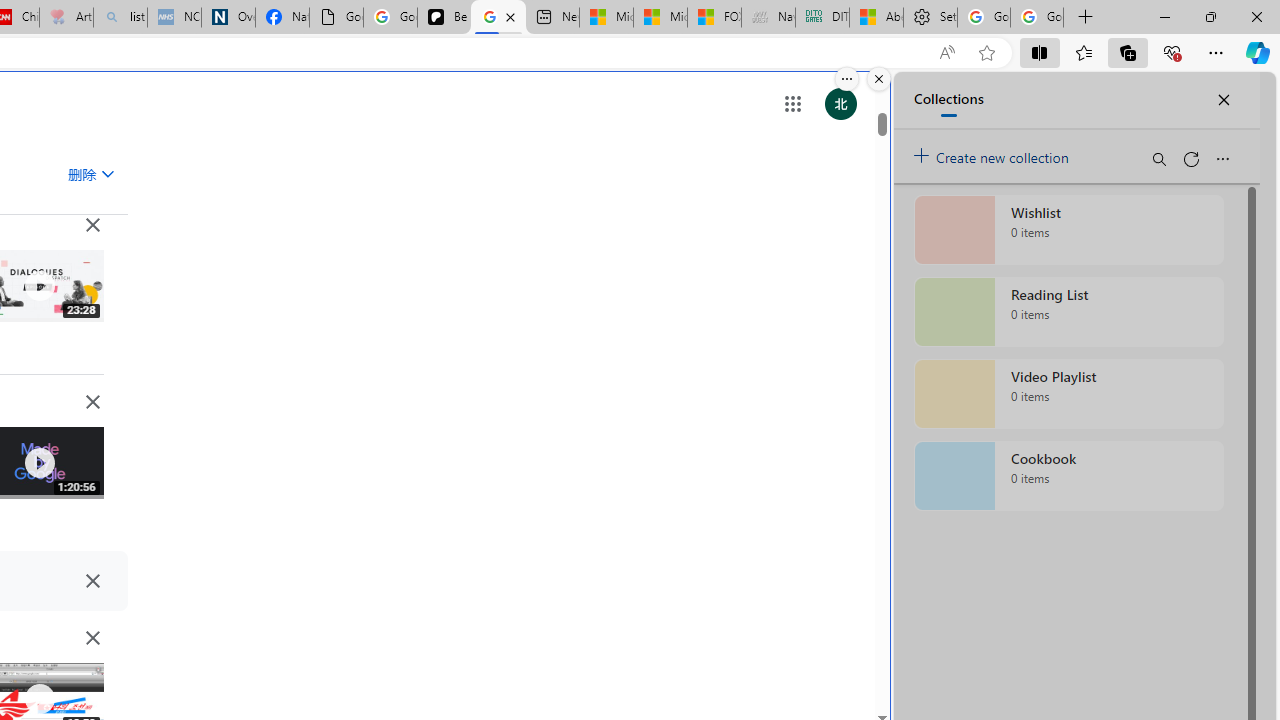  What do you see at coordinates (336, 17) in the screenshot?
I see `'Google Analytics Opt-out Browser Add-on Download Page'` at bounding box center [336, 17].